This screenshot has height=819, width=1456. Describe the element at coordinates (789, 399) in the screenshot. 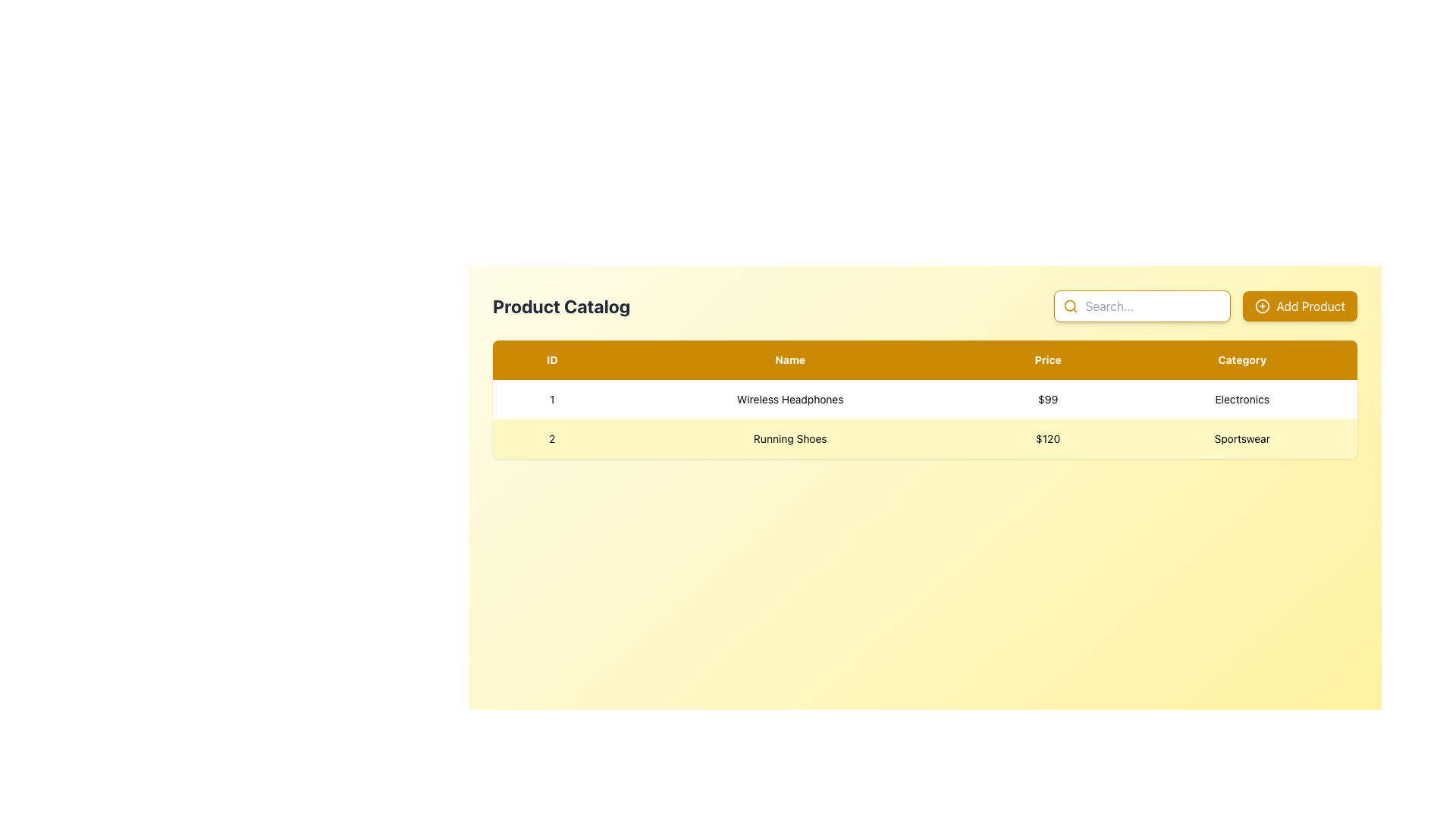

I see `the 'Wireless Headphones' text label, which is located in the 'Name' column of the first row in the 'Product Catalog' table` at that location.